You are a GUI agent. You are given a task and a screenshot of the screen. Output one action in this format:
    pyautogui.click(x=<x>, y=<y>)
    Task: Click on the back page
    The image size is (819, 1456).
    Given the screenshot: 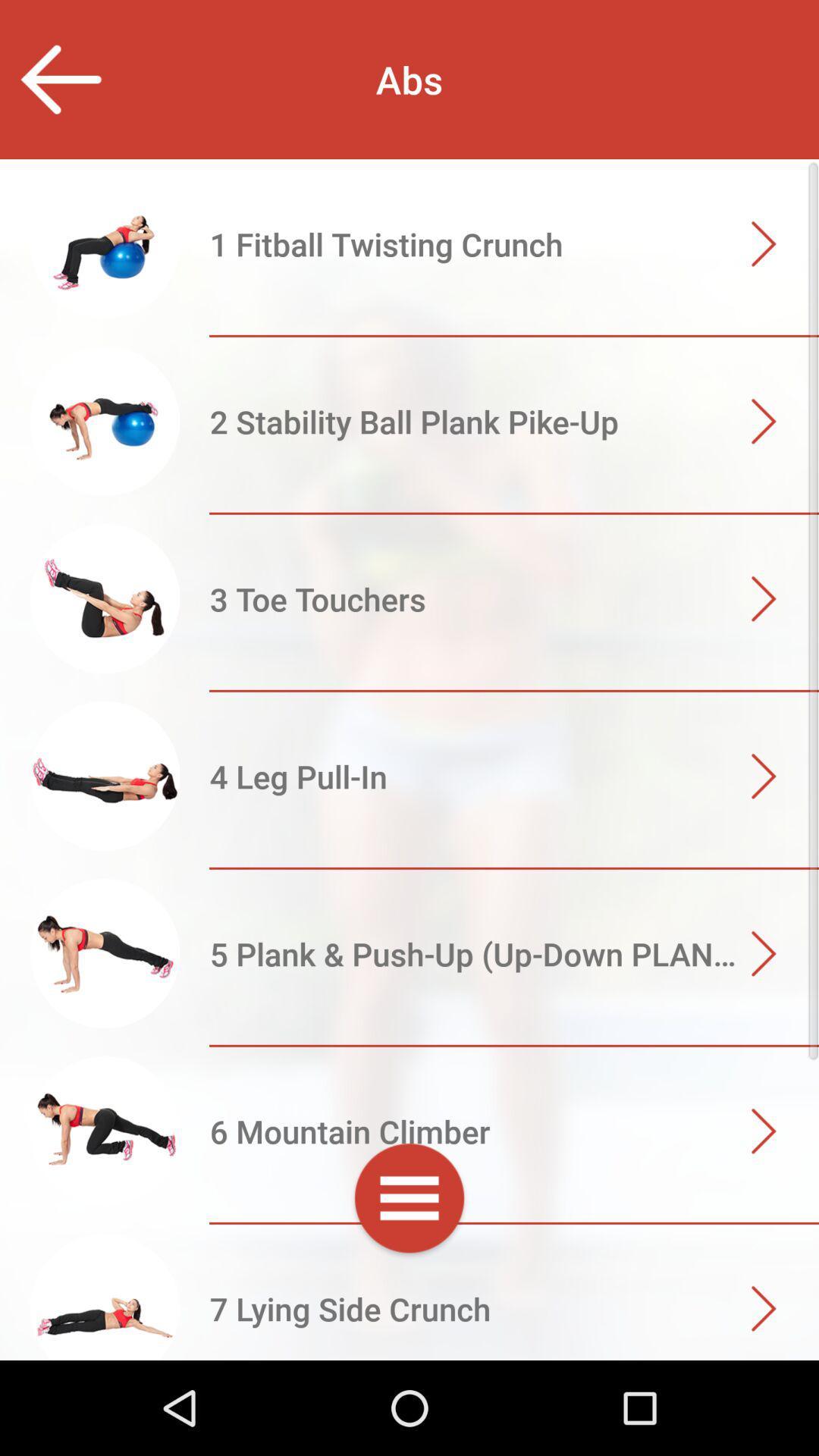 What is the action you would take?
    pyautogui.click(x=59, y=79)
    